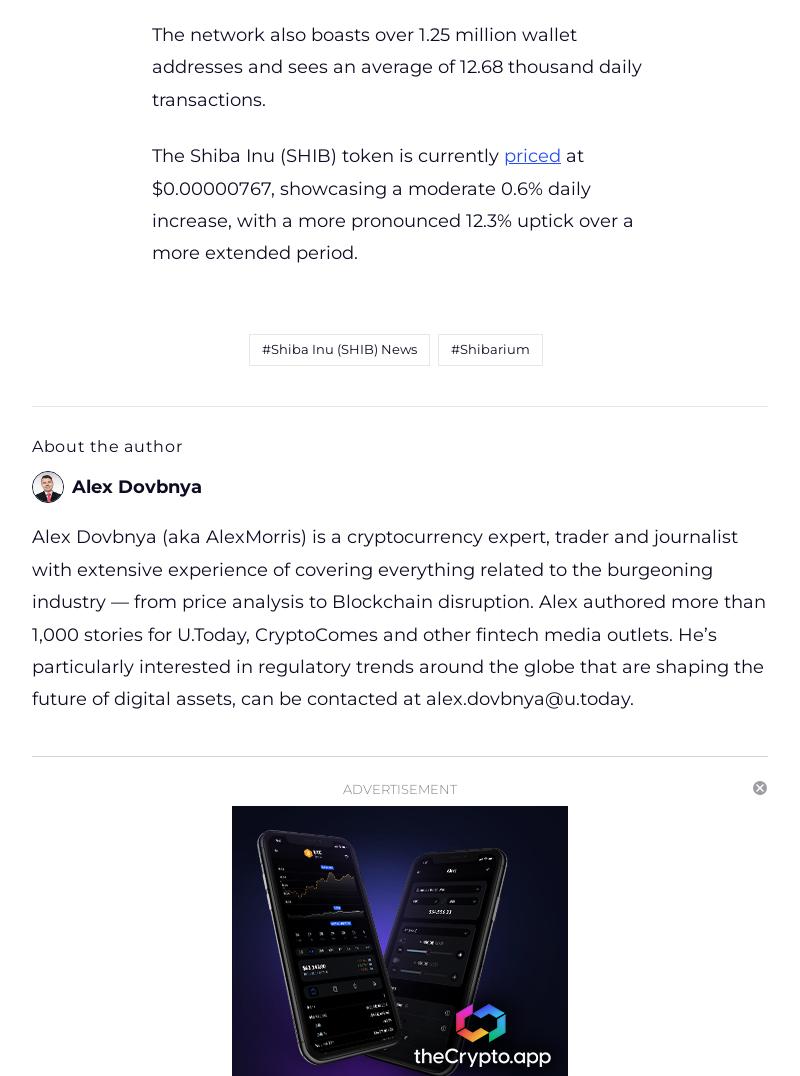  What do you see at coordinates (395, 67) in the screenshot?
I see `'The network also boasts over 1.25 million wallet addresses and sees an average of 12.68 thousand daily transactions.'` at bounding box center [395, 67].